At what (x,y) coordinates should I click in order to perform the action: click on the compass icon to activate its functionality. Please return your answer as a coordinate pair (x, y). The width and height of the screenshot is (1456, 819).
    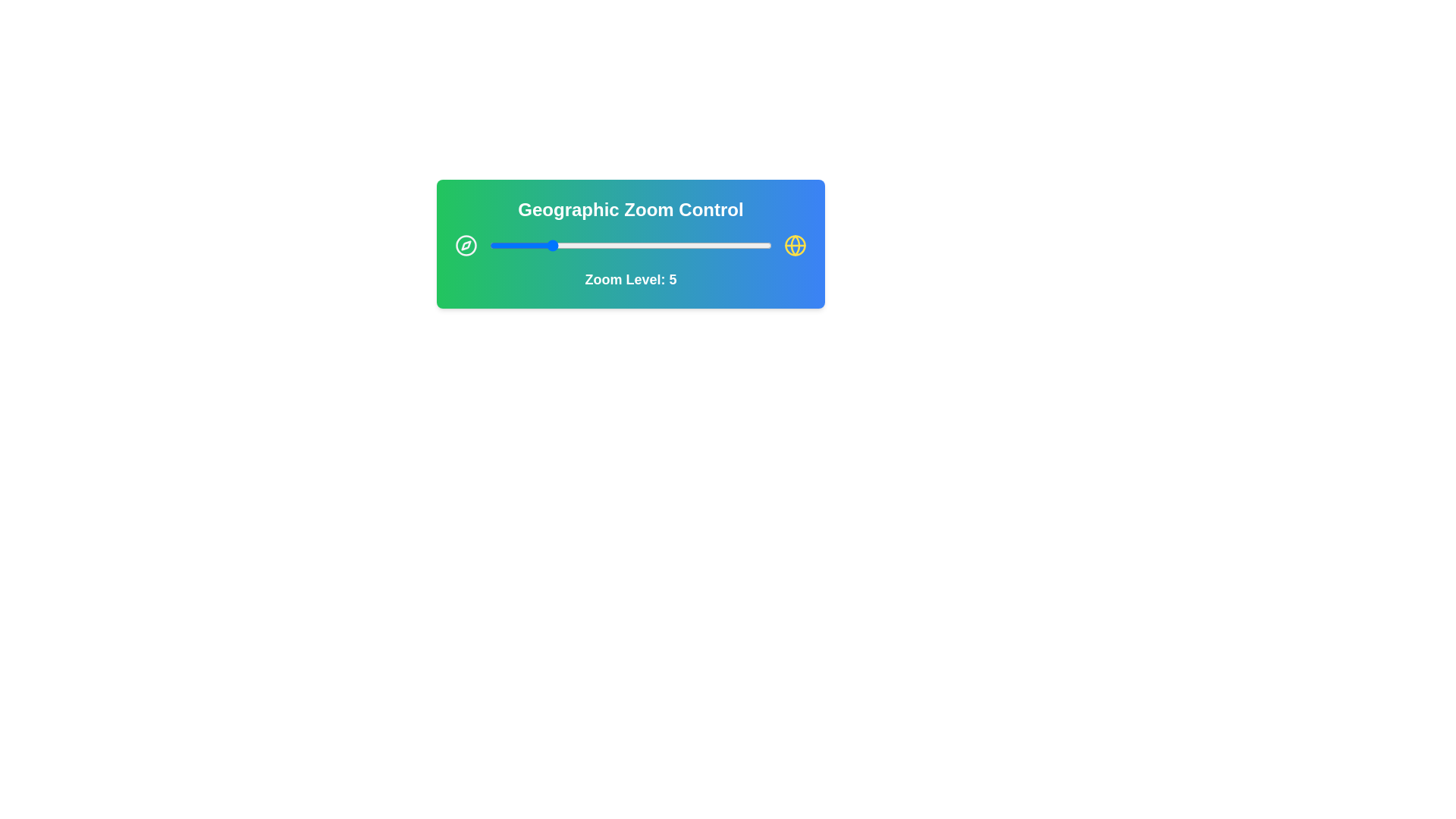
    Looking at the image, I should click on (465, 245).